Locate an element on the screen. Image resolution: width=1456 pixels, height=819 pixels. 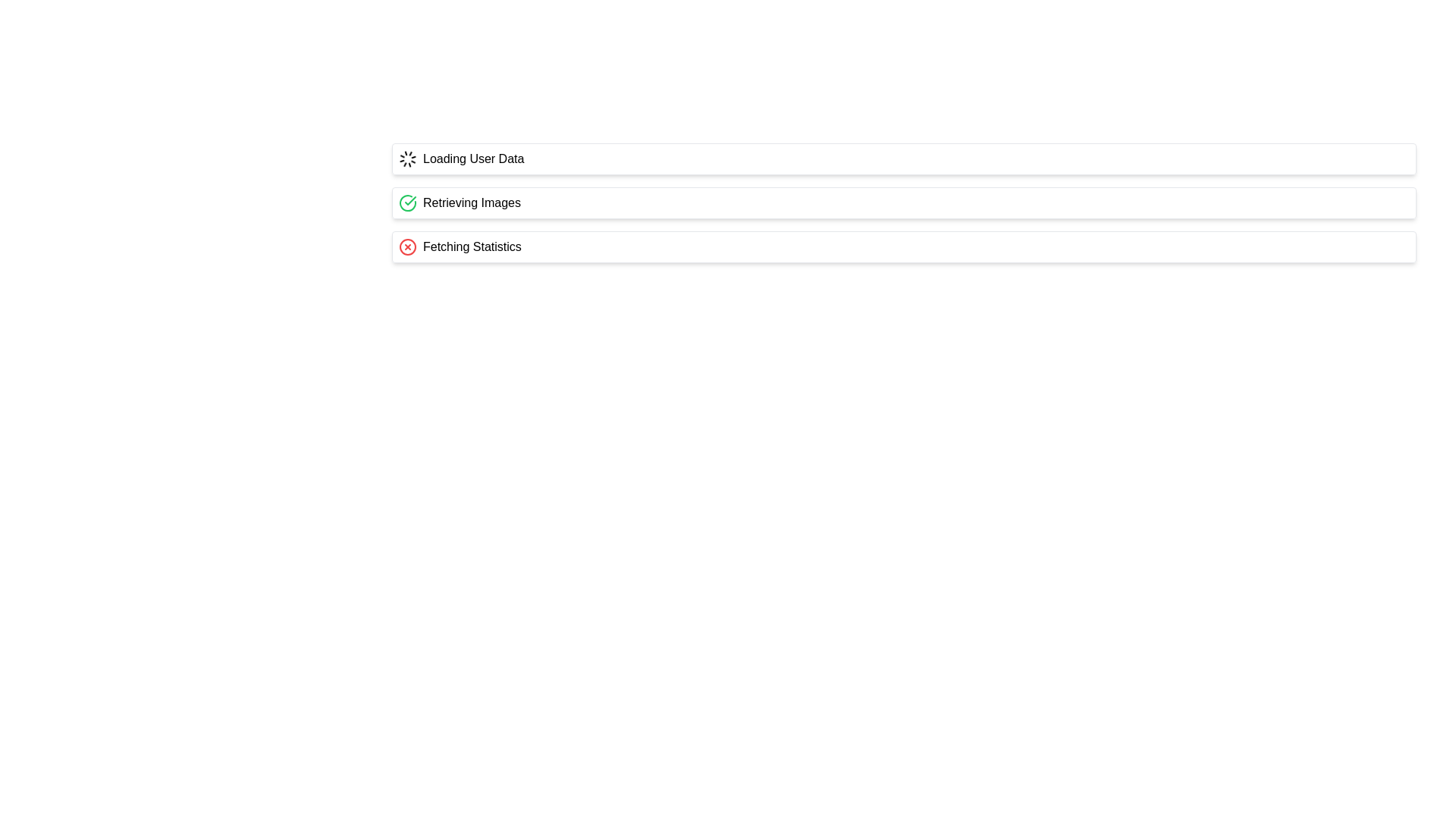
the circular arc part of the SVG icon that represents a status or data point, which is visually distinct within the icon's design is located at coordinates (407, 202).